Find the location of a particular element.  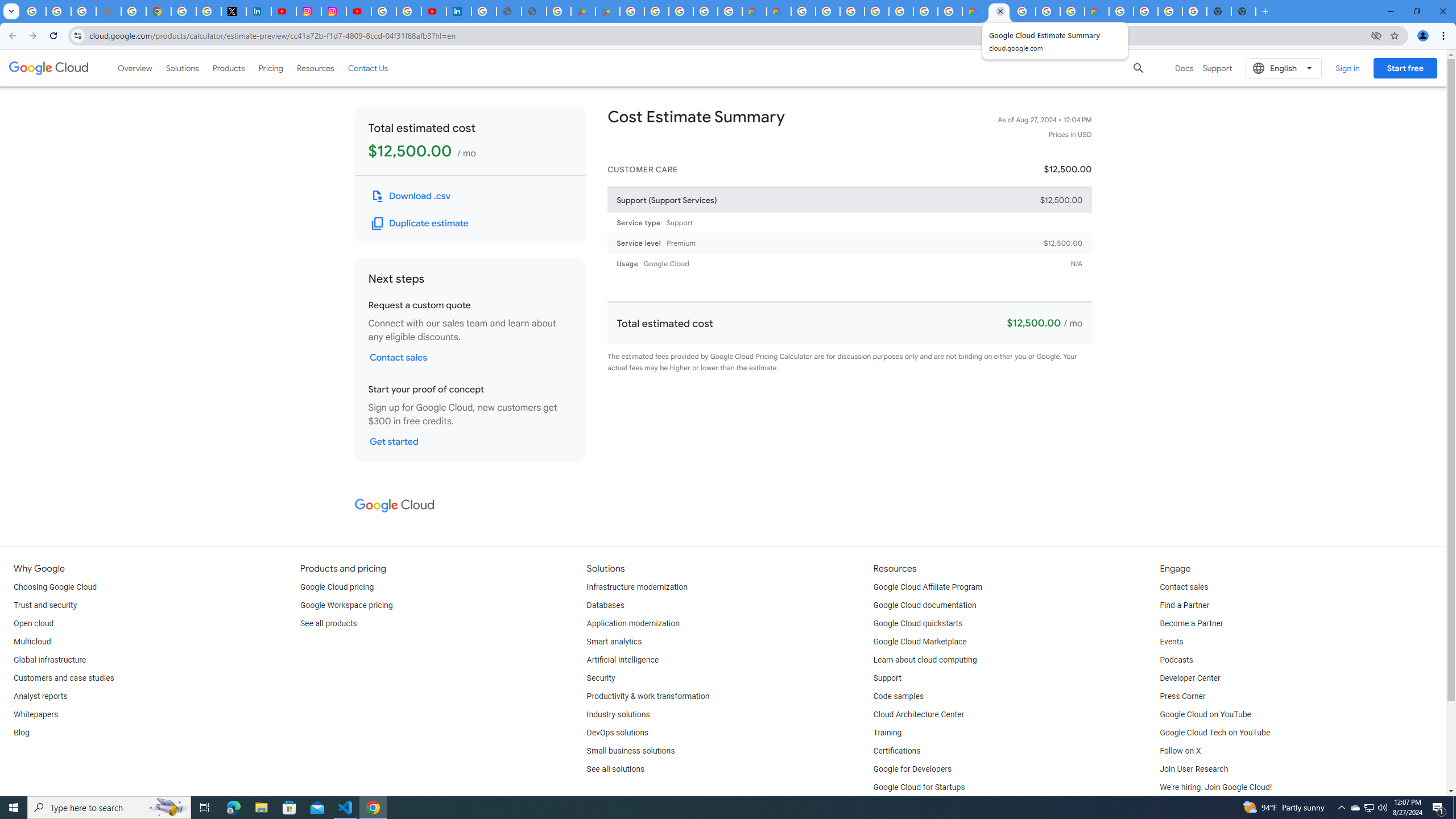

'Customer Care | Google Cloud' is located at coordinates (974, 11).